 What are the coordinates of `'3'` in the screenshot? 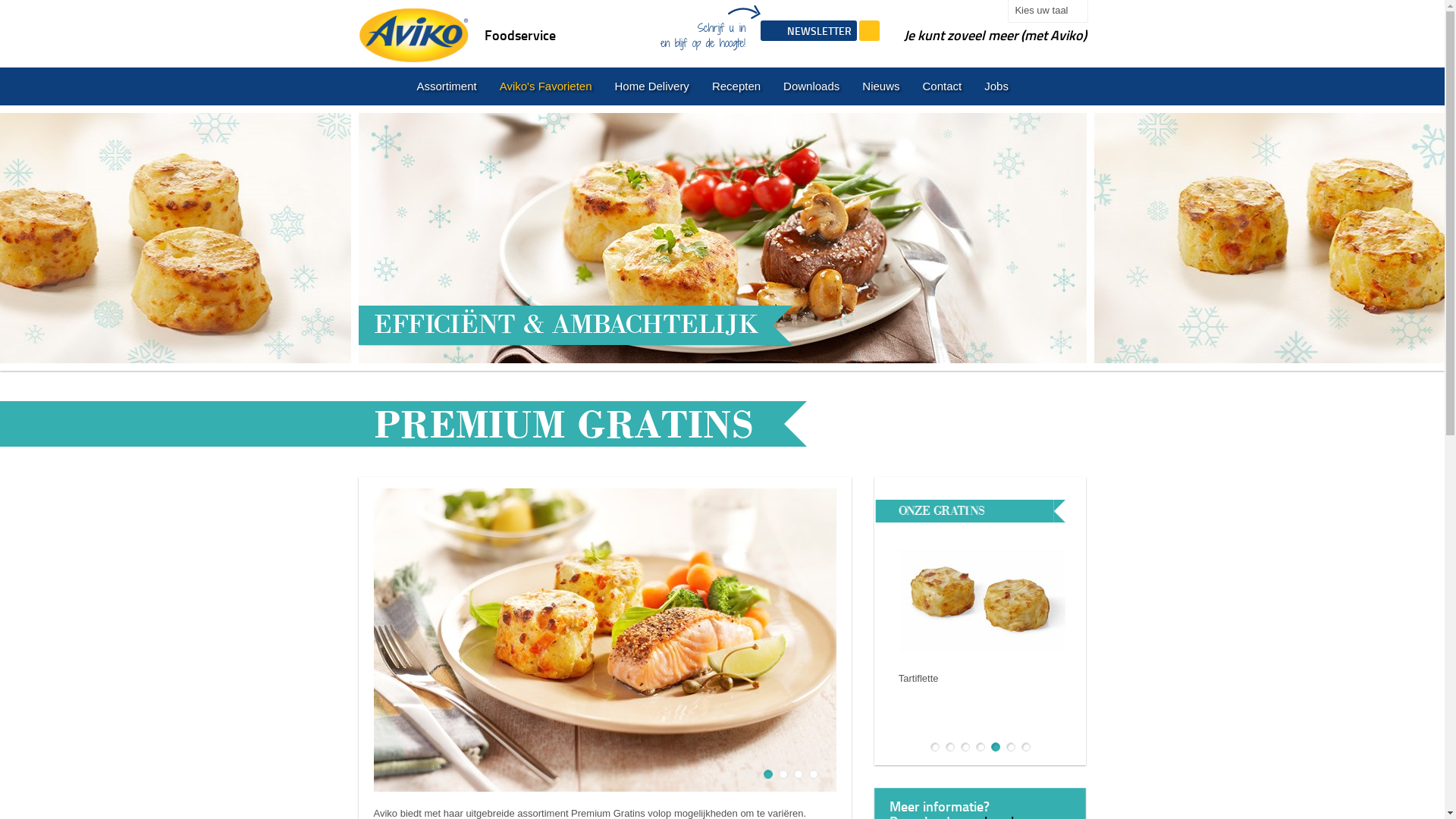 It's located at (964, 745).